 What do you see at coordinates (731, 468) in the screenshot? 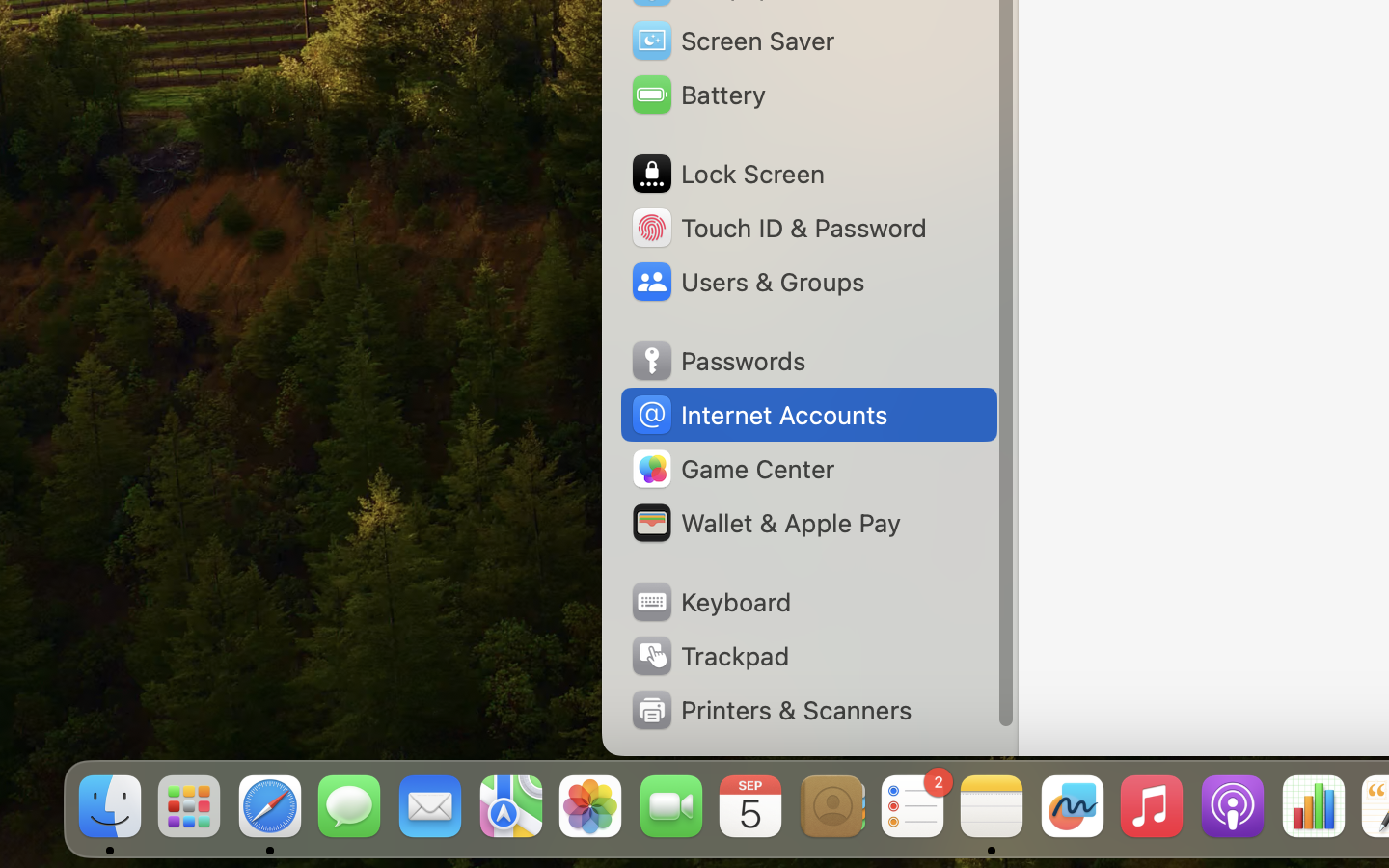
I see `'Game Center'` at bounding box center [731, 468].